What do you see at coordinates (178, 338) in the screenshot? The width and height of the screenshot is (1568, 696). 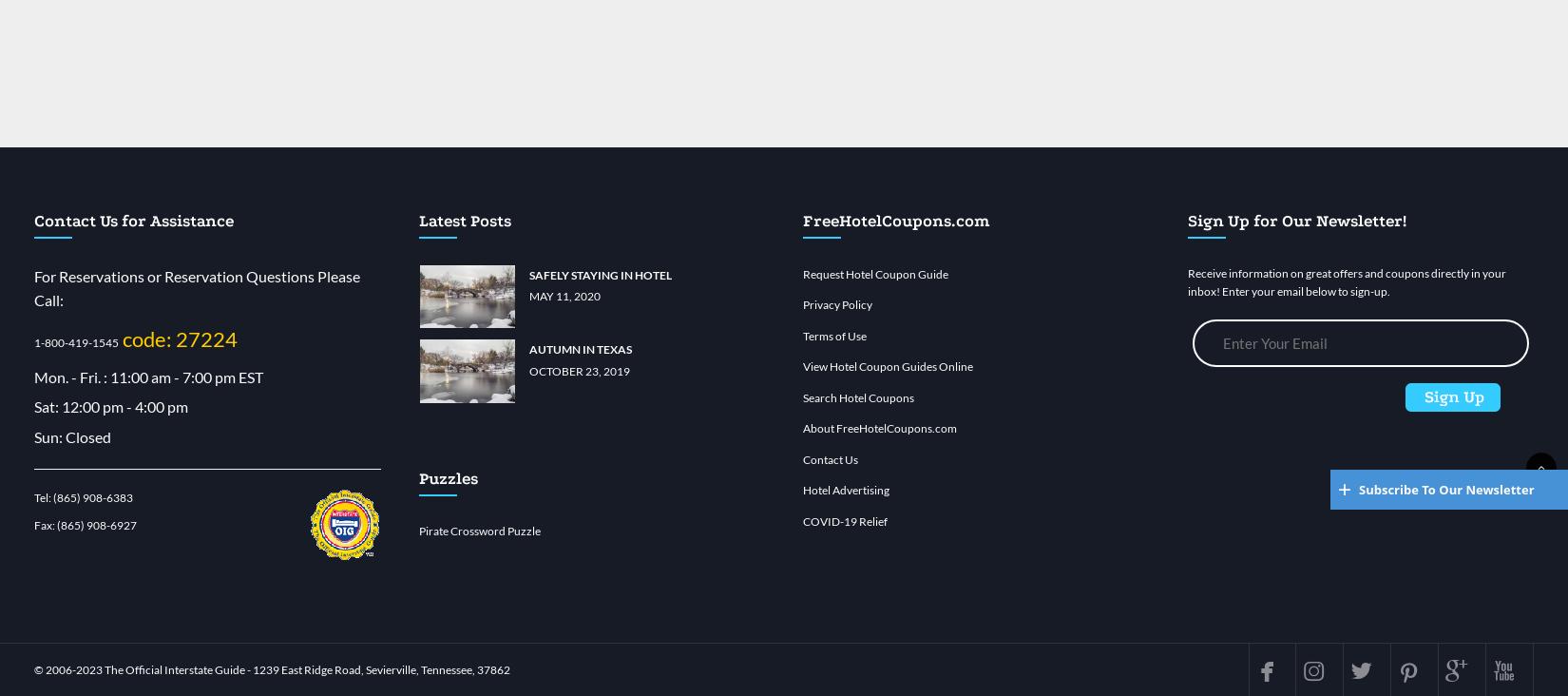 I see `'code: 27224'` at bounding box center [178, 338].